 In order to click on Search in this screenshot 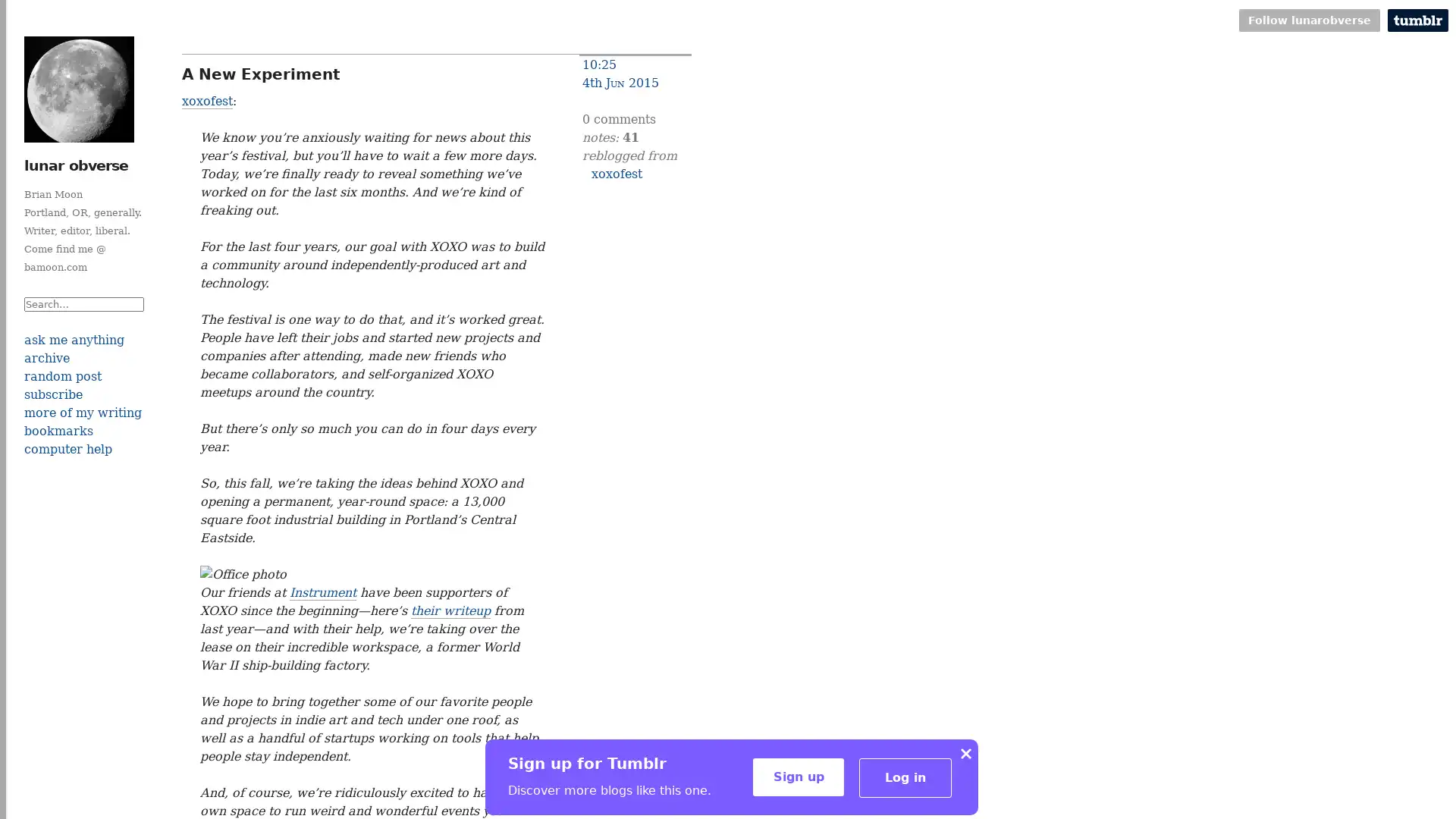, I will do `click(83, 322)`.